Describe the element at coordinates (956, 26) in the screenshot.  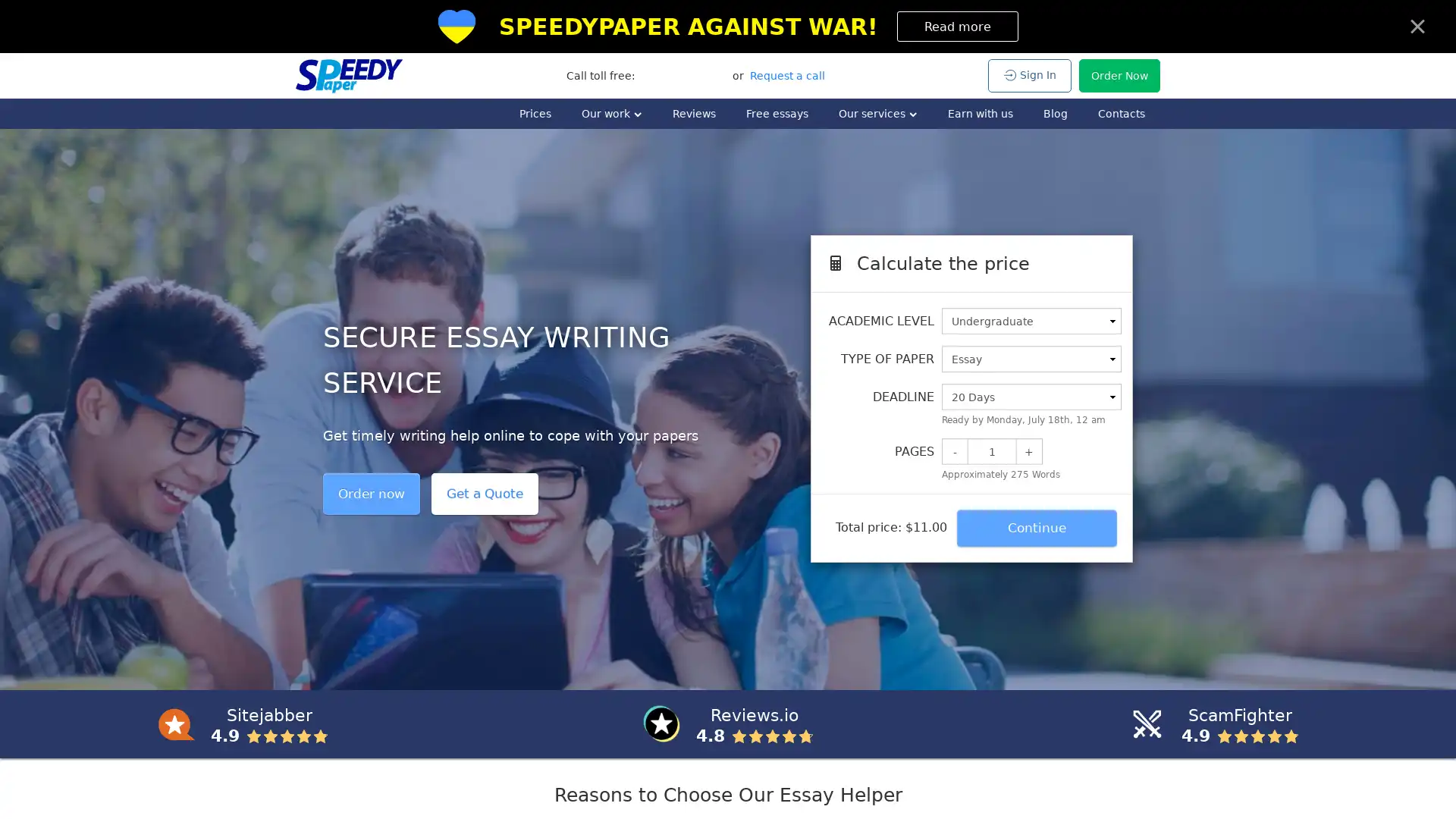
I see `Read more` at that location.